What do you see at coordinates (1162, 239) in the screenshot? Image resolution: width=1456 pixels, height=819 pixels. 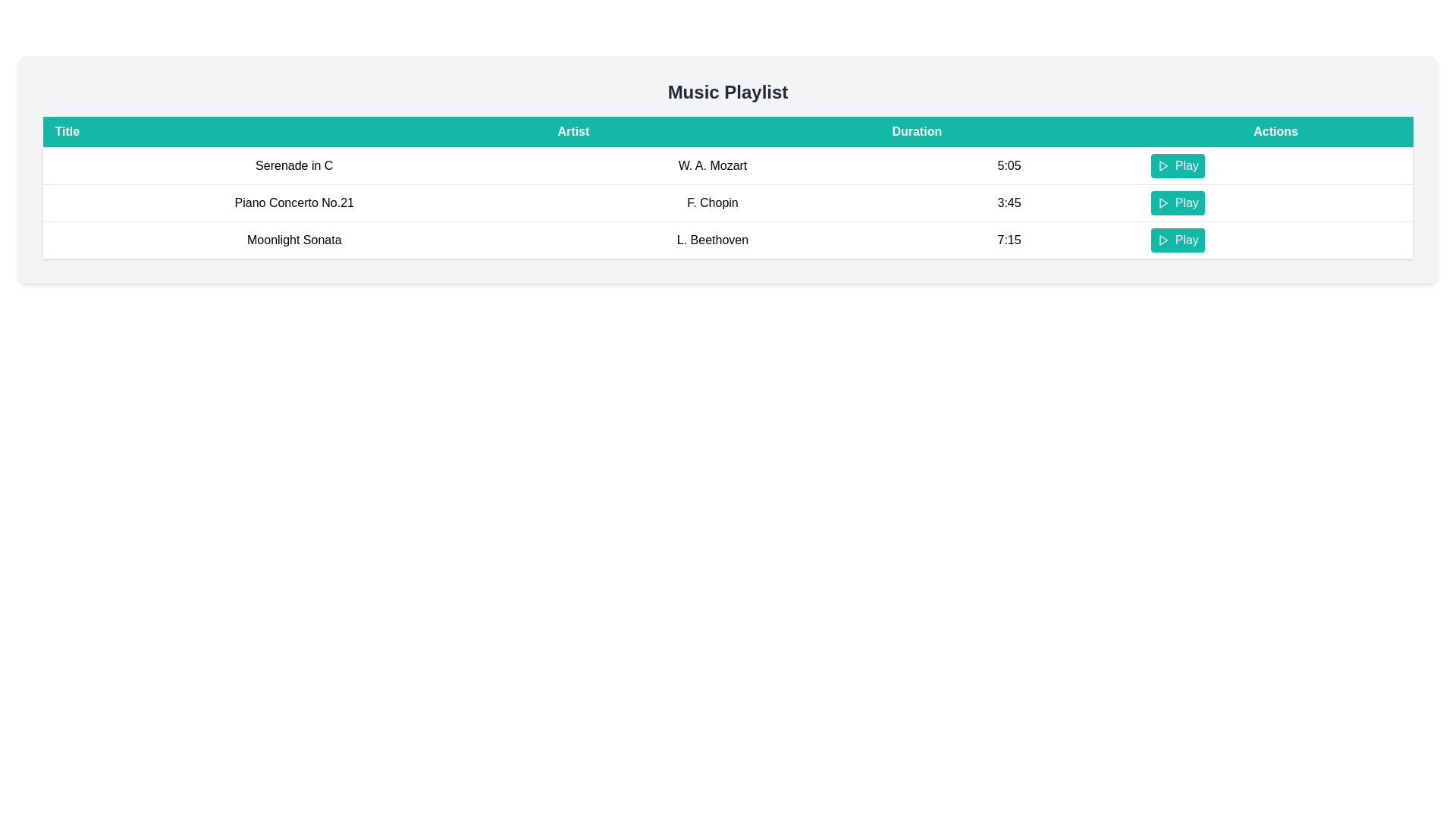 I see `the play button with a triangular SVG icon for 'Moonlight Sonata' by L. Beethoven` at bounding box center [1162, 239].